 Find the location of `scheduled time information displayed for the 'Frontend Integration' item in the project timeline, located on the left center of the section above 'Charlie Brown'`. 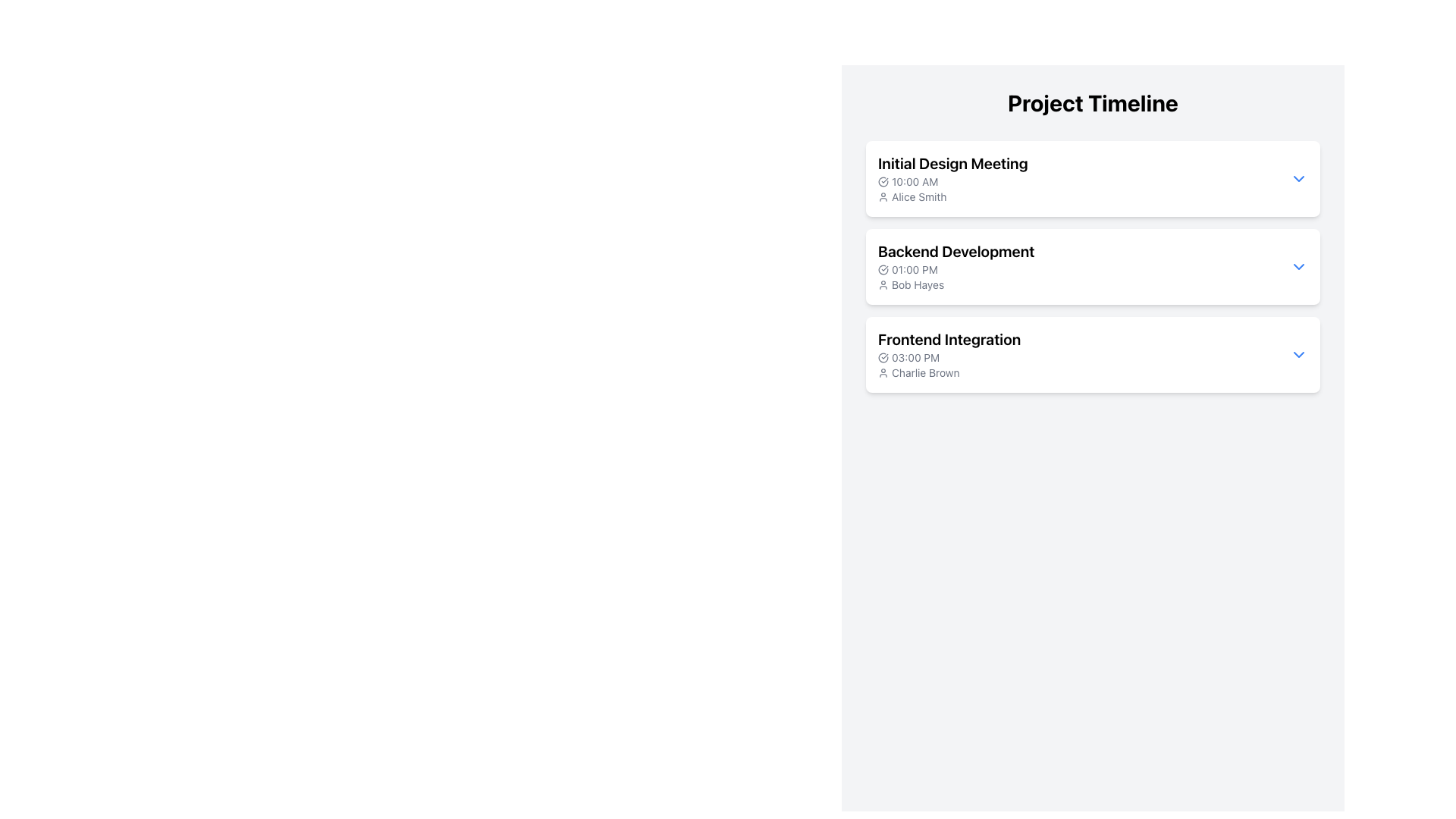

scheduled time information displayed for the 'Frontend Integration' item in the project timeline, located on the left center of the section above 'Charlie Brown' is located at coordinates (949, 357).